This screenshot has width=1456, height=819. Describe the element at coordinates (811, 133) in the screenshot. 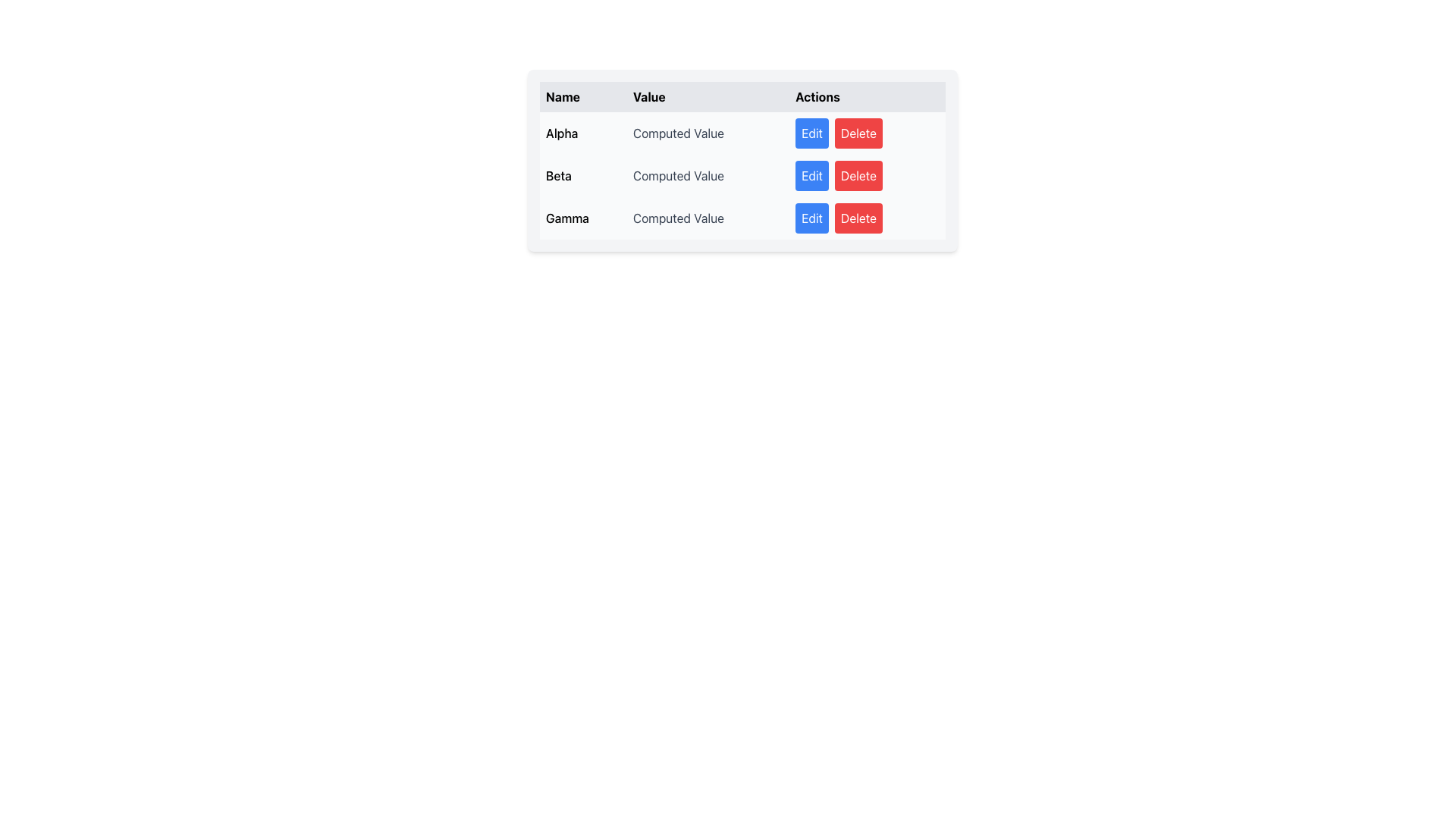

I see `the 'Edit' button, which is a rectangular button with rounded corners, a blue background, and white text in the 'Actions' column of a table layout, corresponding to the 'Alpha' row` at that location.